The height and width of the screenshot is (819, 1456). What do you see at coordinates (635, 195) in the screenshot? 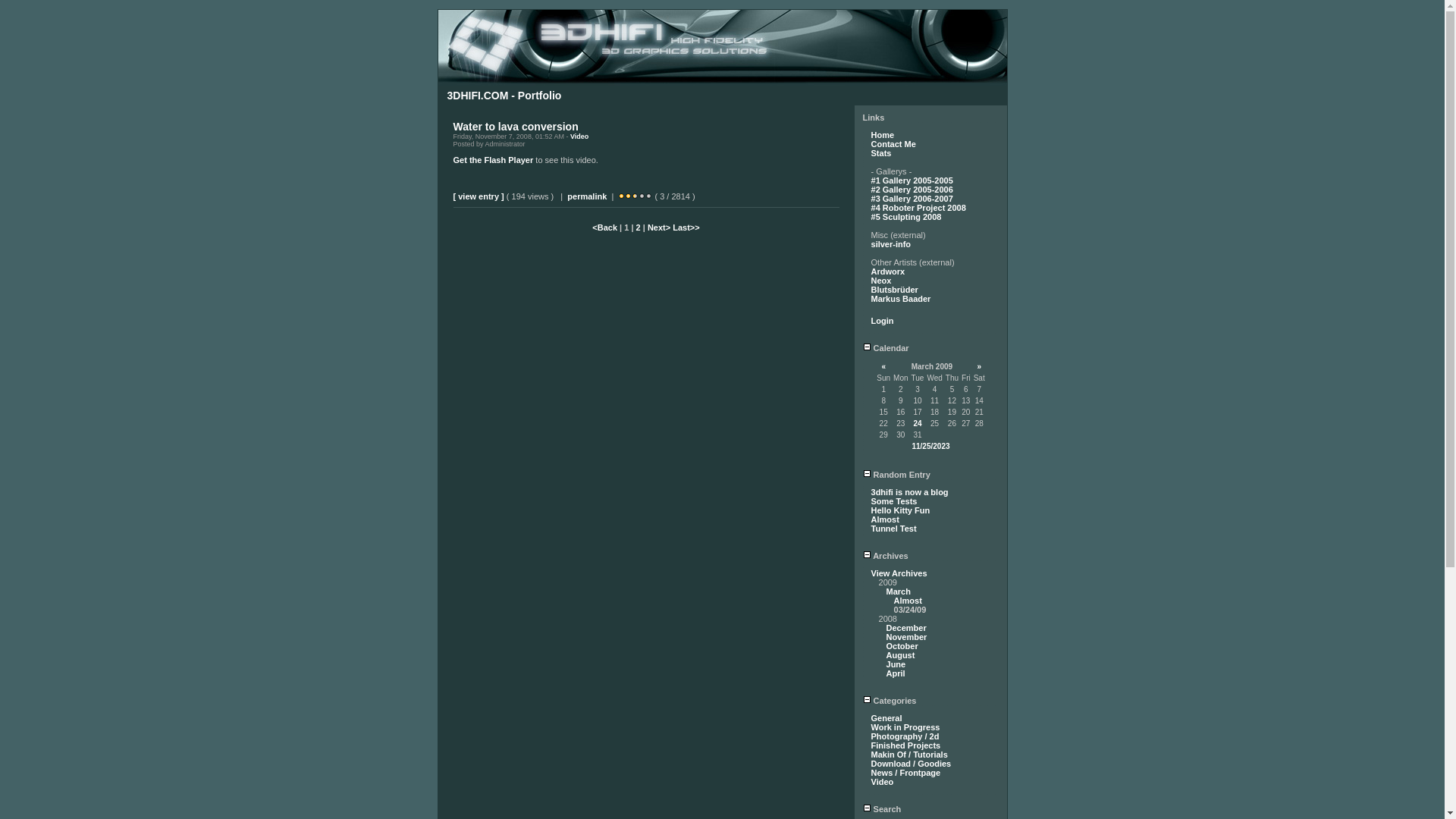
I see `'Click to Rate Entry'` at bounding box center [635, 195].